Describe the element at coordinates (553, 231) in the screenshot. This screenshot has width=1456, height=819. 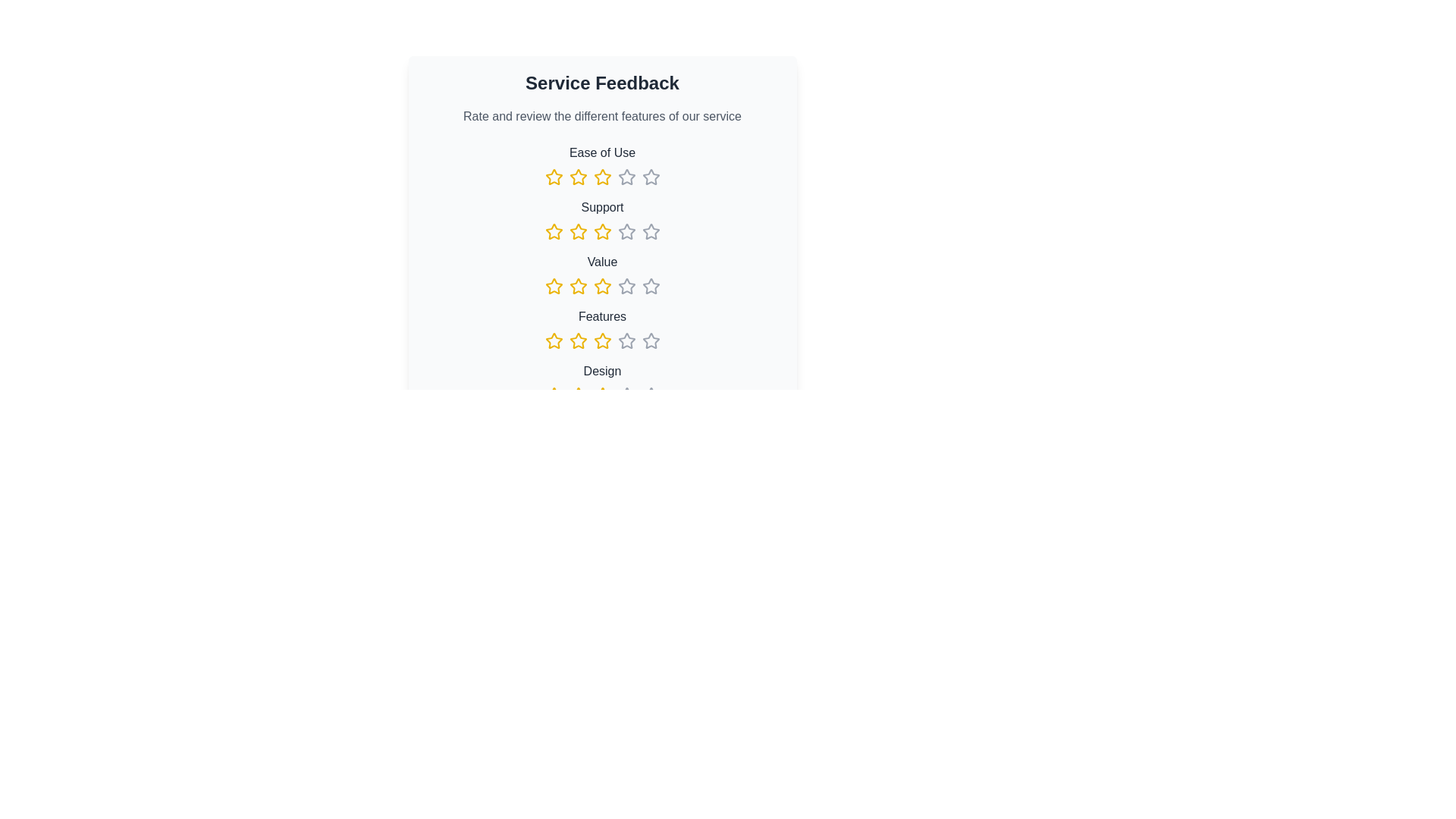
I see `the first star icon button in the 'Support' rating section` at that location.